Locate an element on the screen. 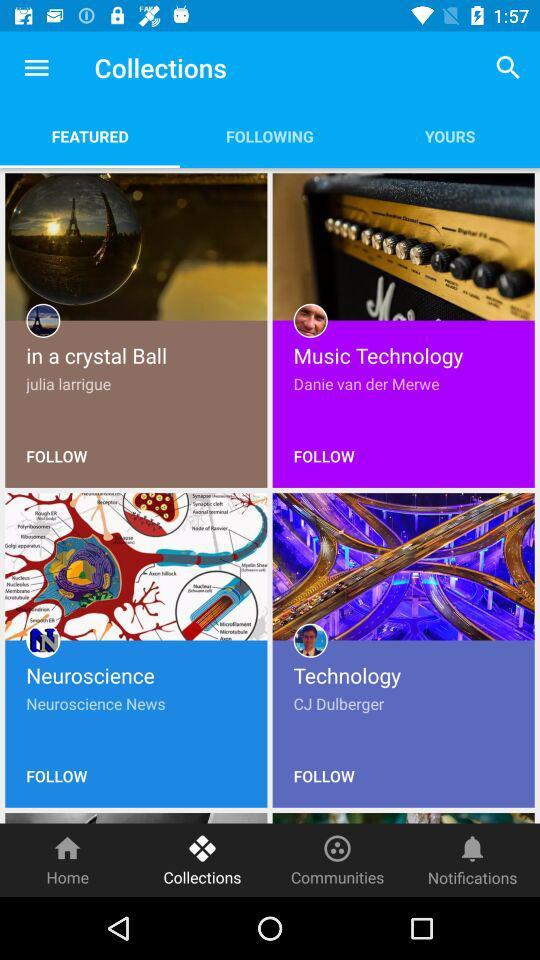 The width and height of the screenshot is (540, 960). the item below the follow is located at coordinates (67, 859).